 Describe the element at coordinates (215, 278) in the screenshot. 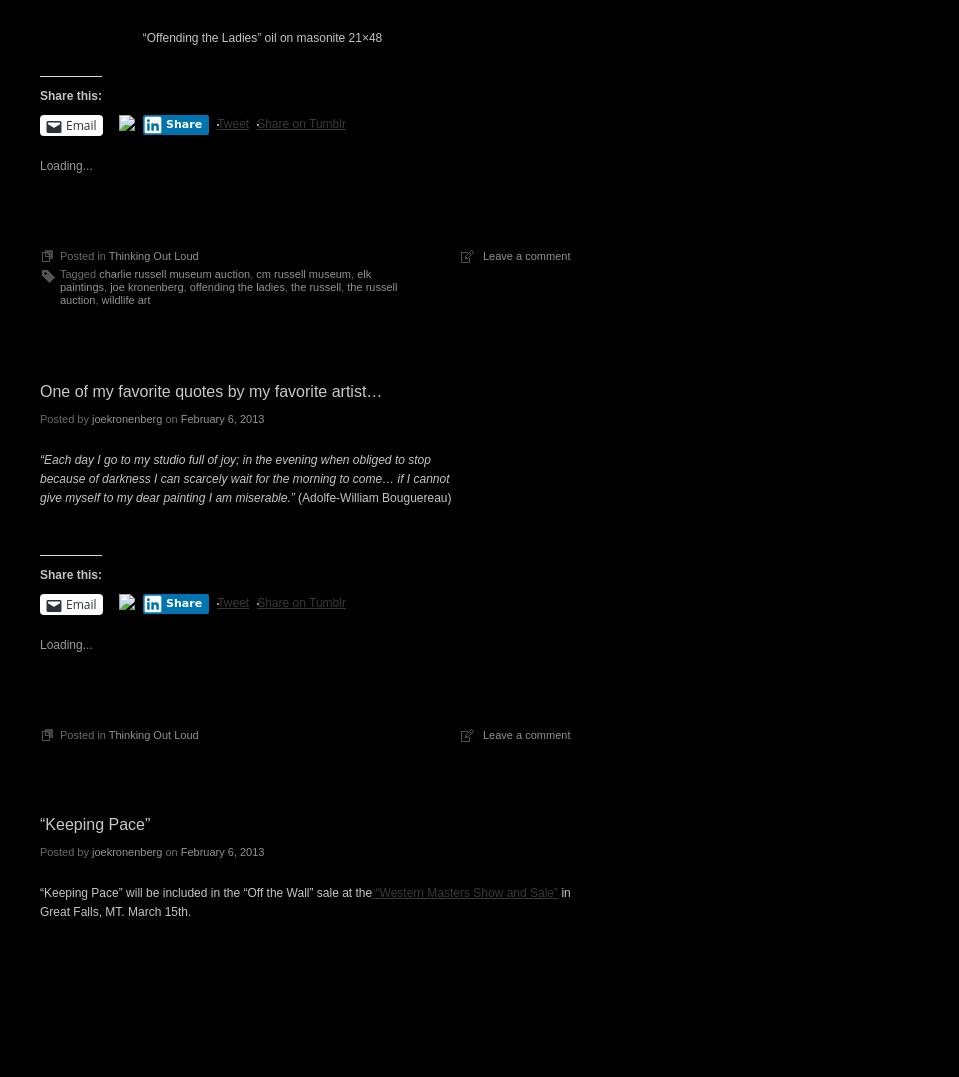

I see `'elk paintings'` at that location.